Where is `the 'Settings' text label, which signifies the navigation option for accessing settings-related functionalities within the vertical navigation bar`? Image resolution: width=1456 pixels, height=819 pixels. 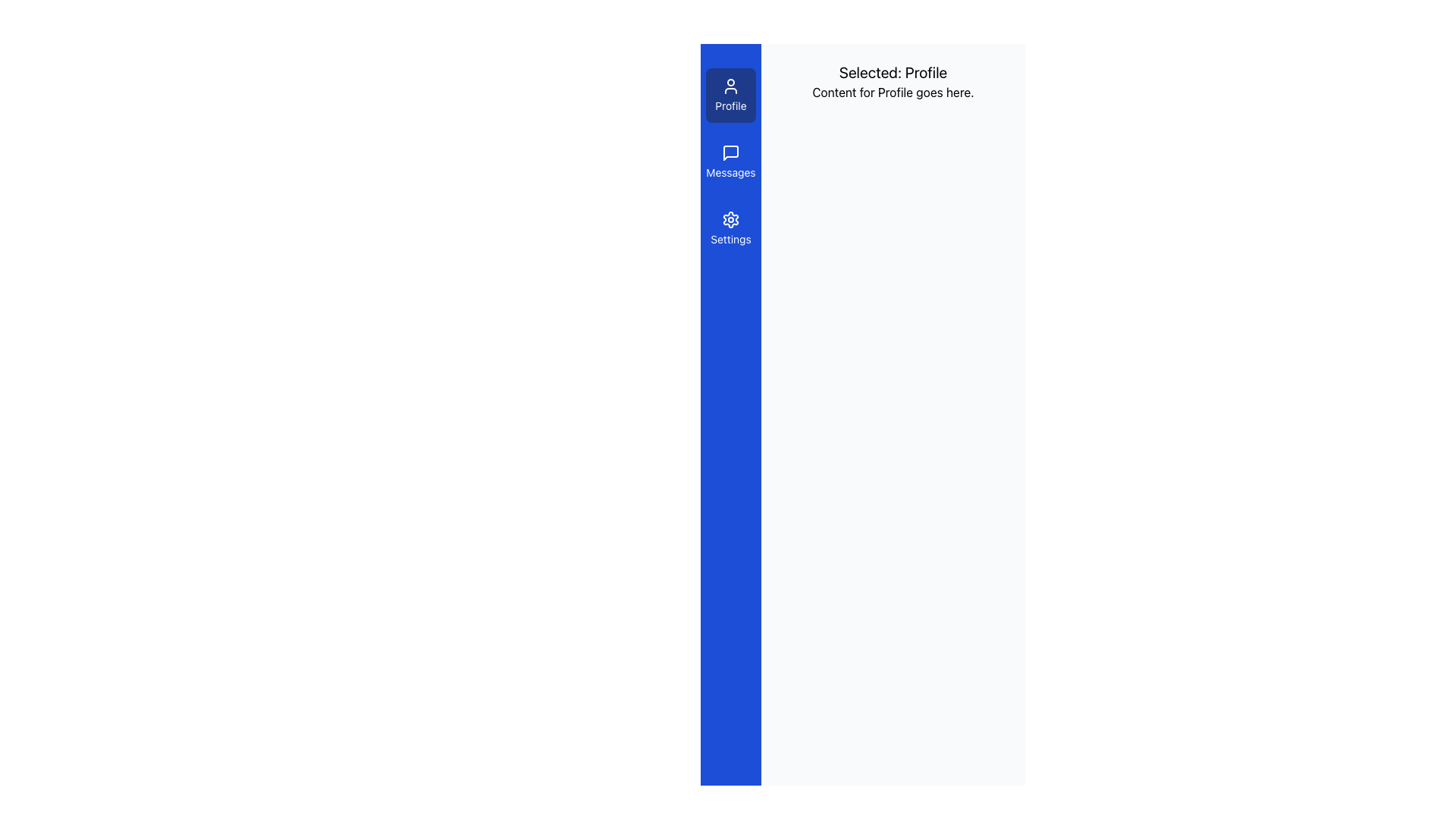
the 'Settings' text label, which signifies the navigation option for accessing settings-related functionalities within the vertical navigation bar is located at coordinates (731, 239).